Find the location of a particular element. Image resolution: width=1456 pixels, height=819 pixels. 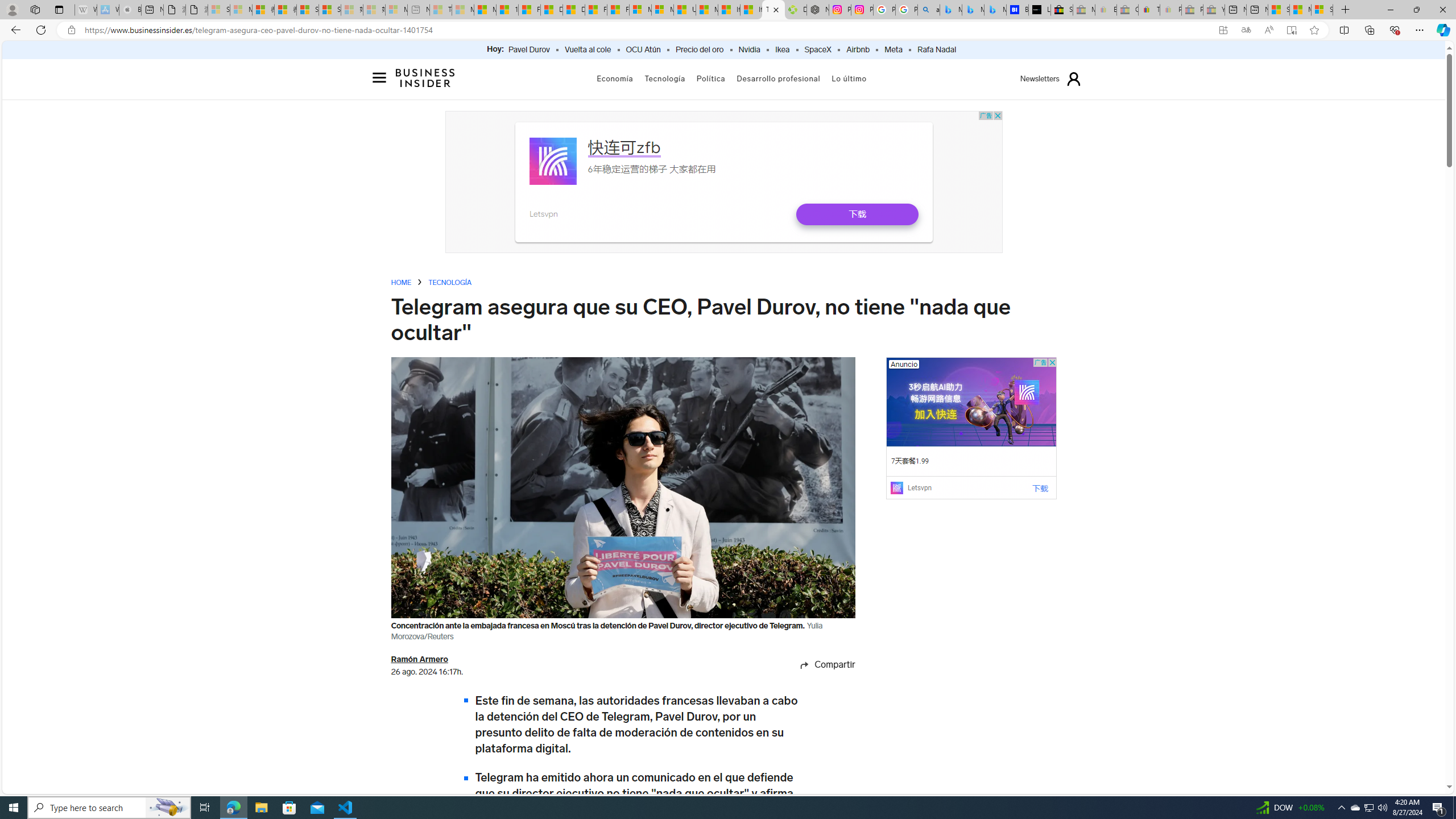

'Nvidia' is located at coordinates (748, 49).